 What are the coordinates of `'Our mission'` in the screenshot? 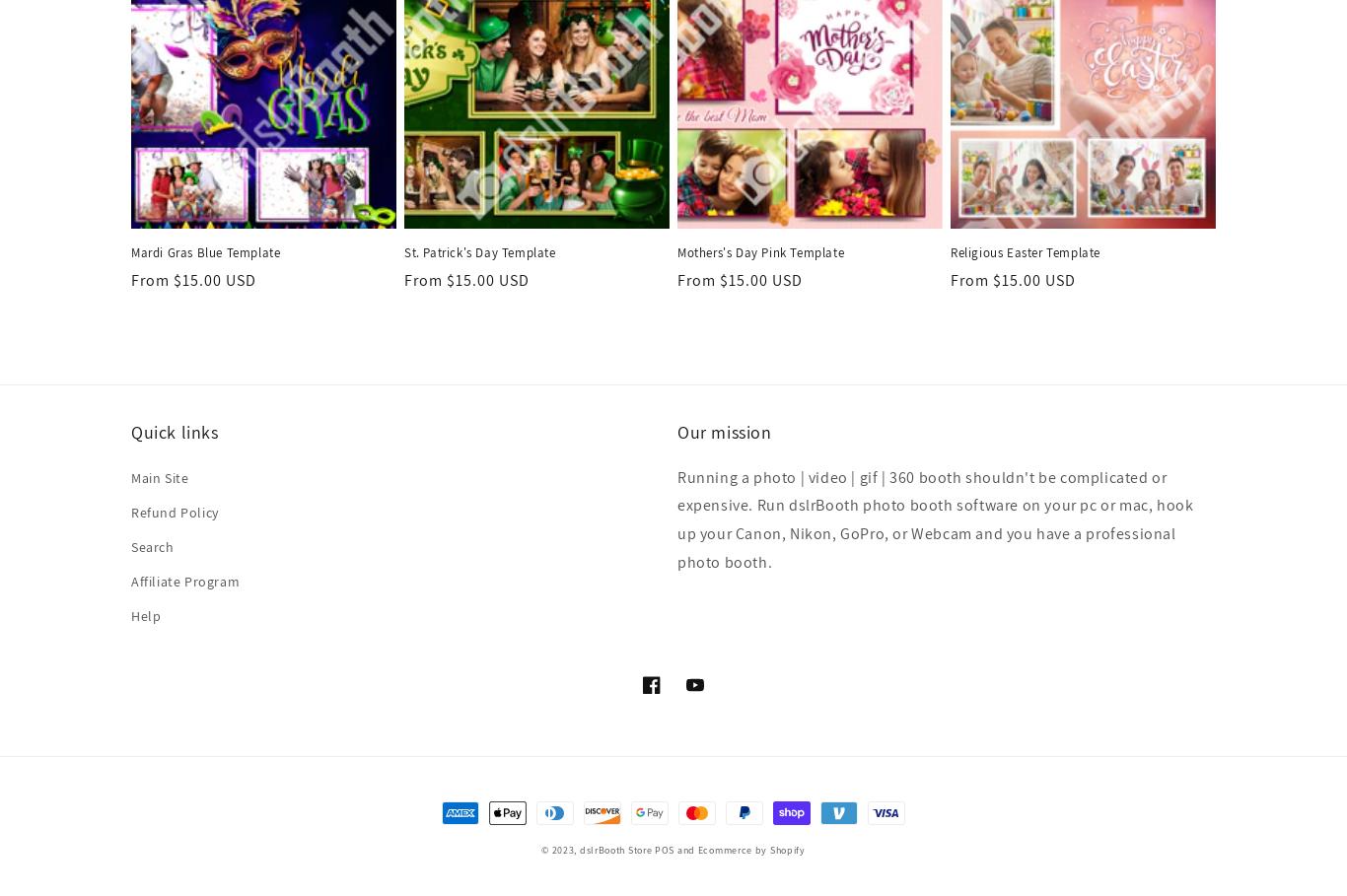 It's located at (724, 431).